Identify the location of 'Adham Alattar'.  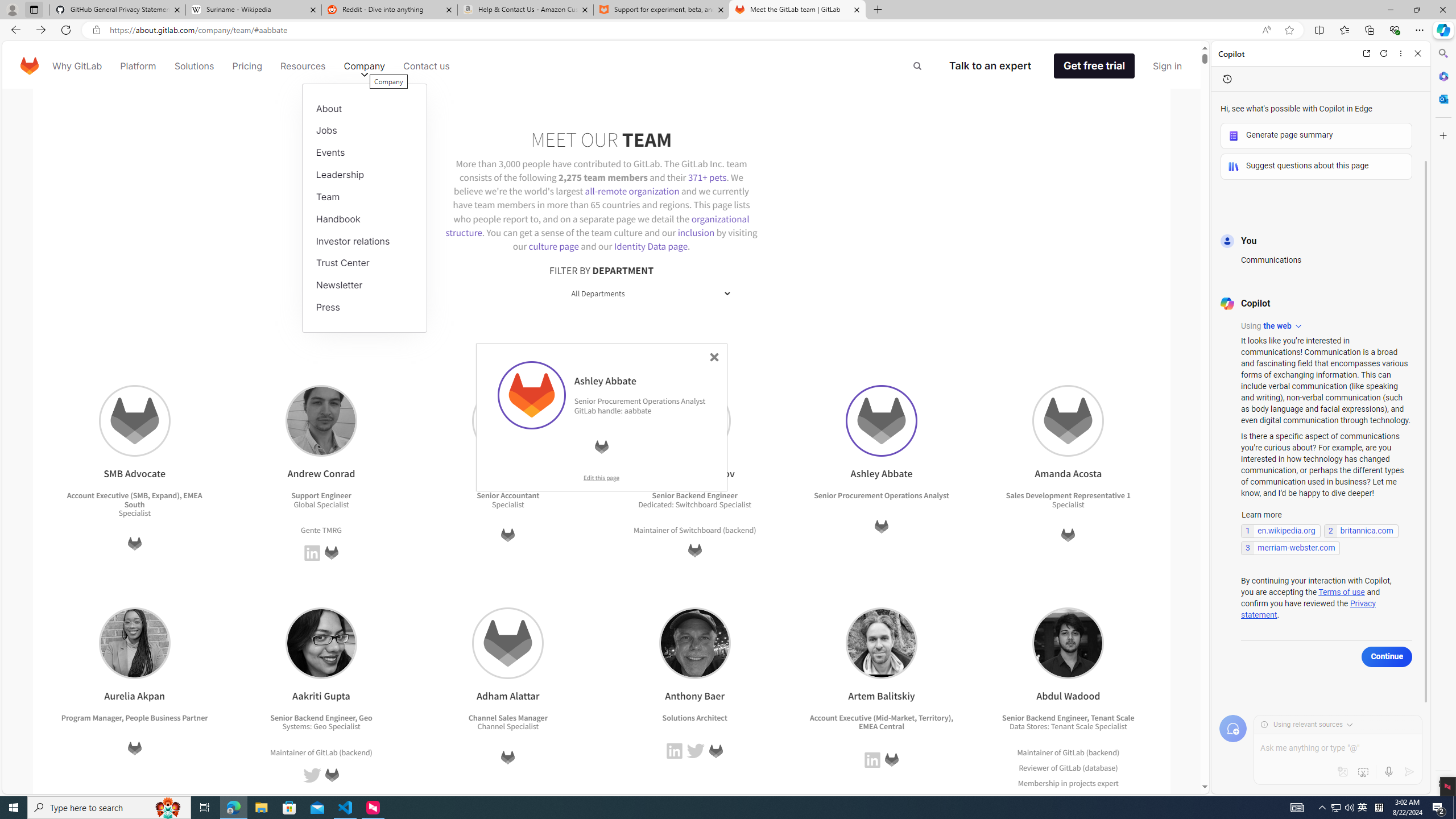
(507, 642).